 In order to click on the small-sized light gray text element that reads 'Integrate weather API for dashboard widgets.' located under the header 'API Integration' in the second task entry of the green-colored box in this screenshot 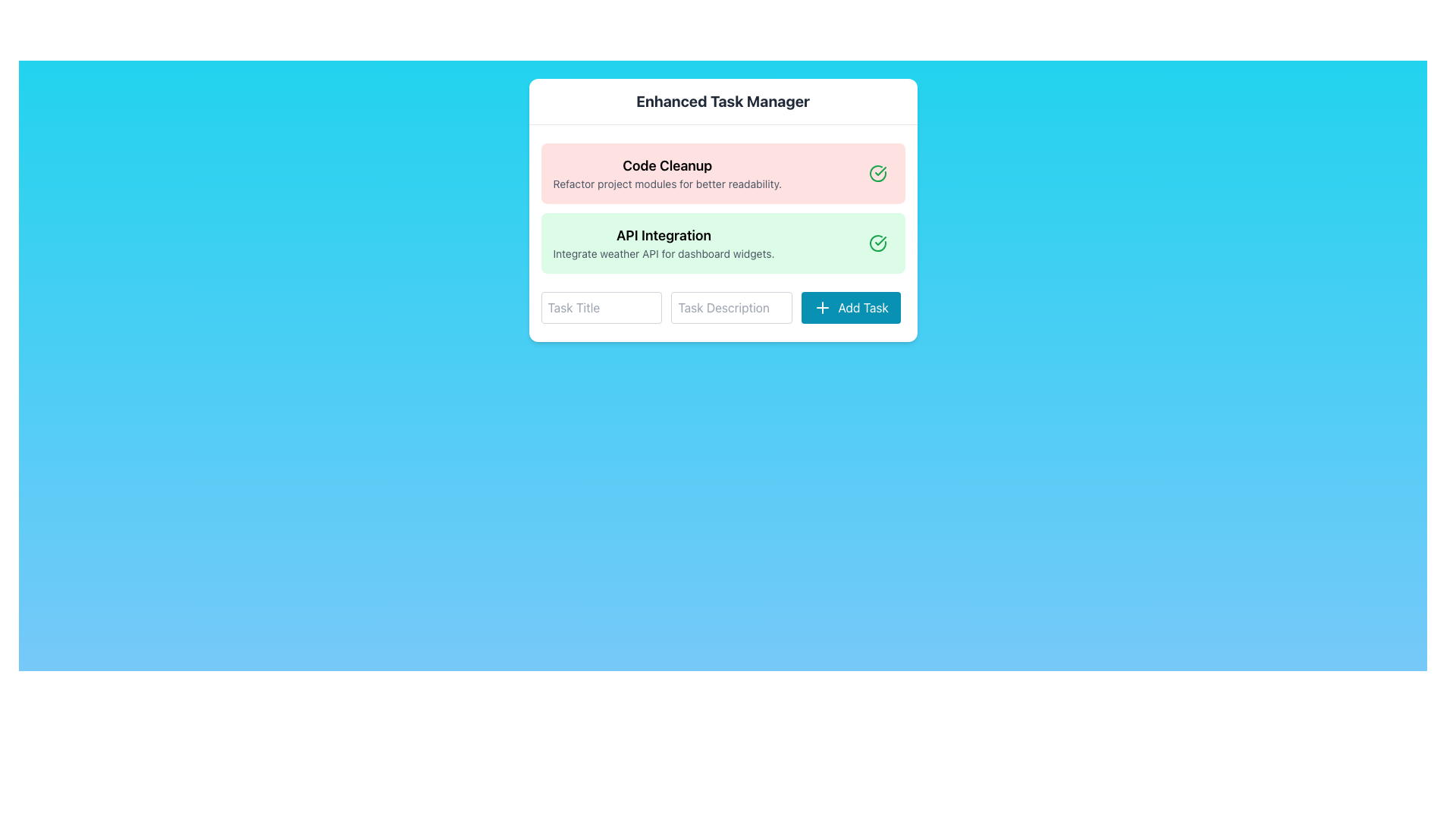, I will do `click(664, 253)`.